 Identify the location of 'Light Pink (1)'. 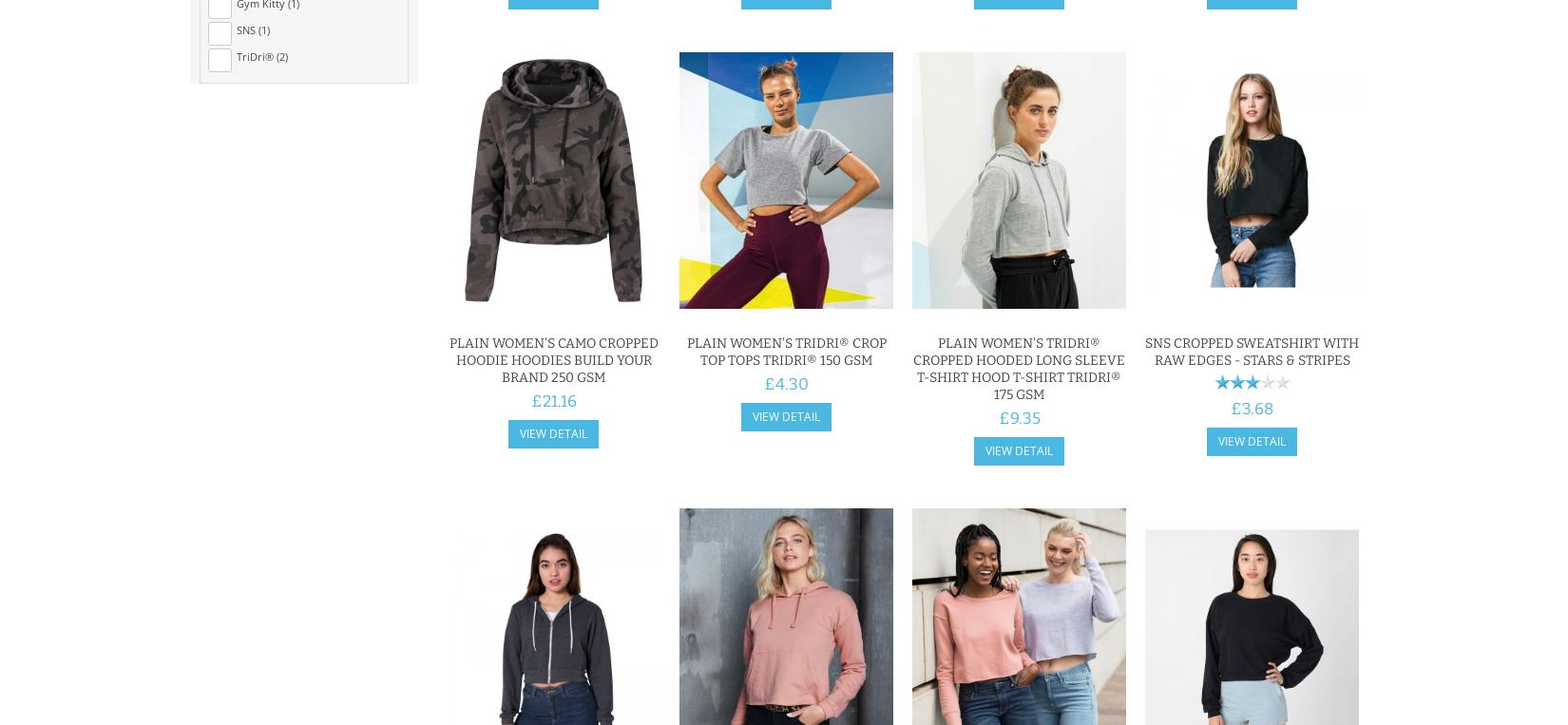
(268, 114).